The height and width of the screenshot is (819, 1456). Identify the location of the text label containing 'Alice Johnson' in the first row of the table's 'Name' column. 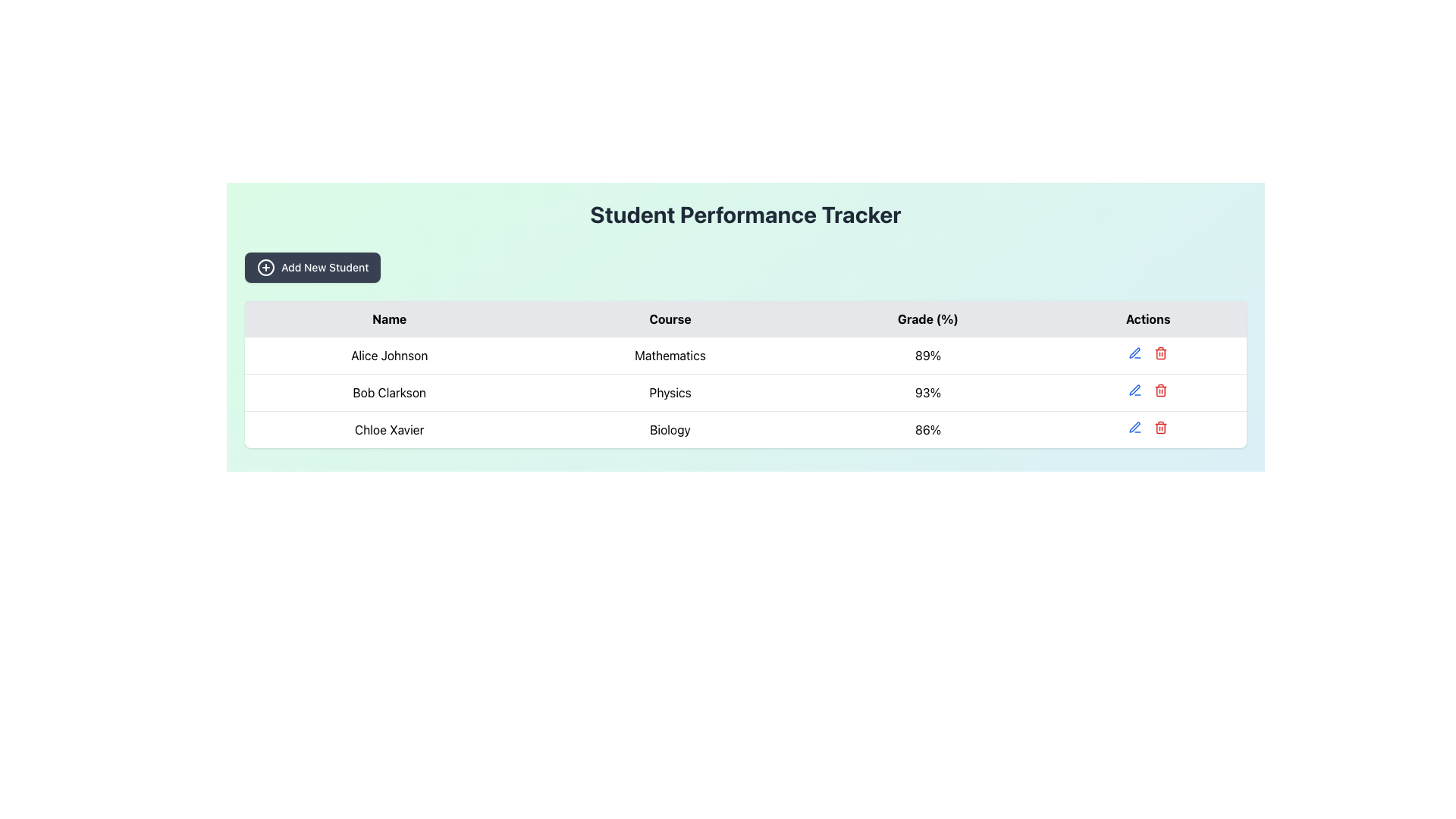
(389, 356).